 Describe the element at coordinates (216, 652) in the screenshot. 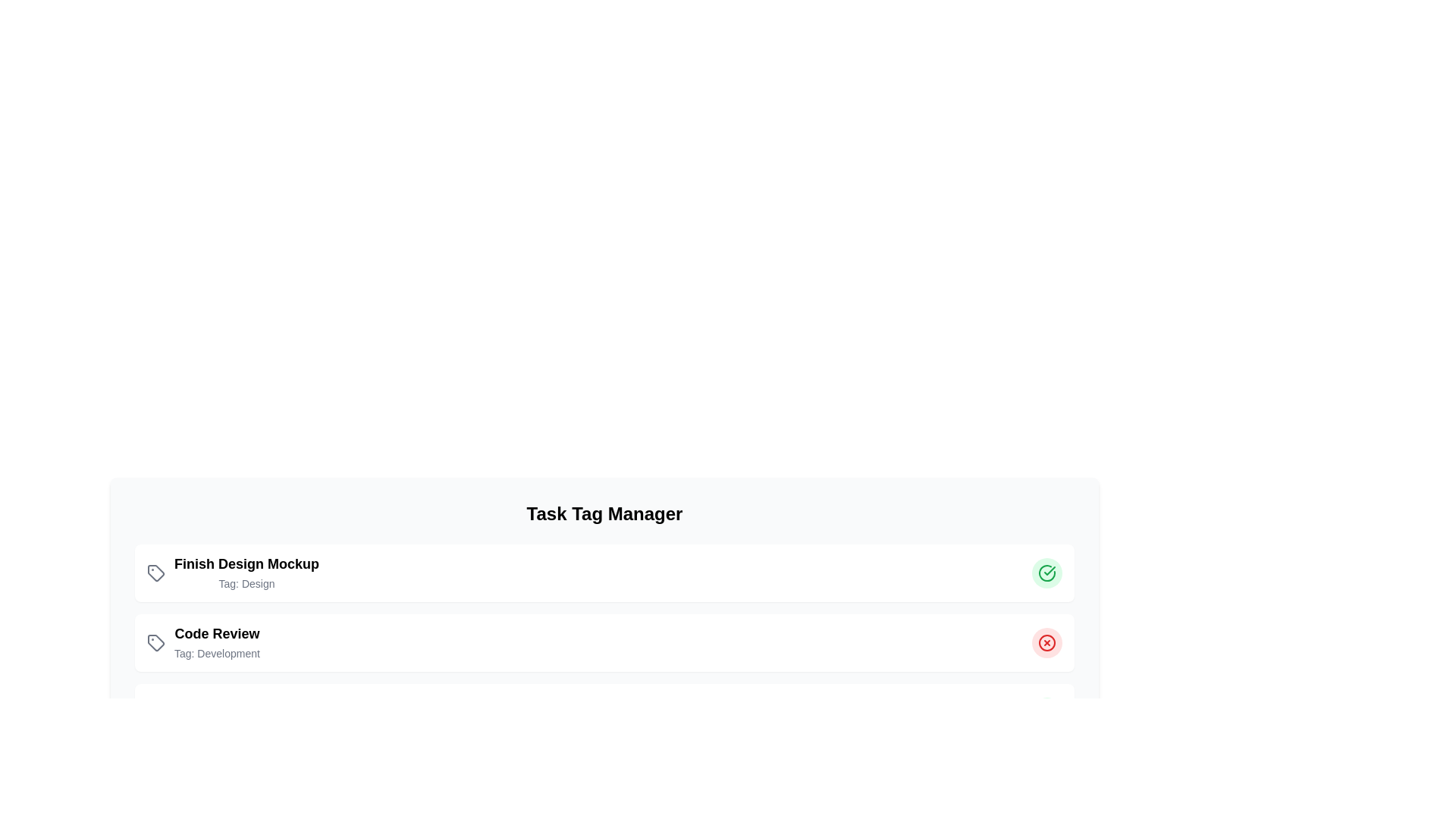

I see `the text label that presents the tag or category associated with the 'Code Review' task, located on the right side within the card layout below the title 'Code Review'` at that location.